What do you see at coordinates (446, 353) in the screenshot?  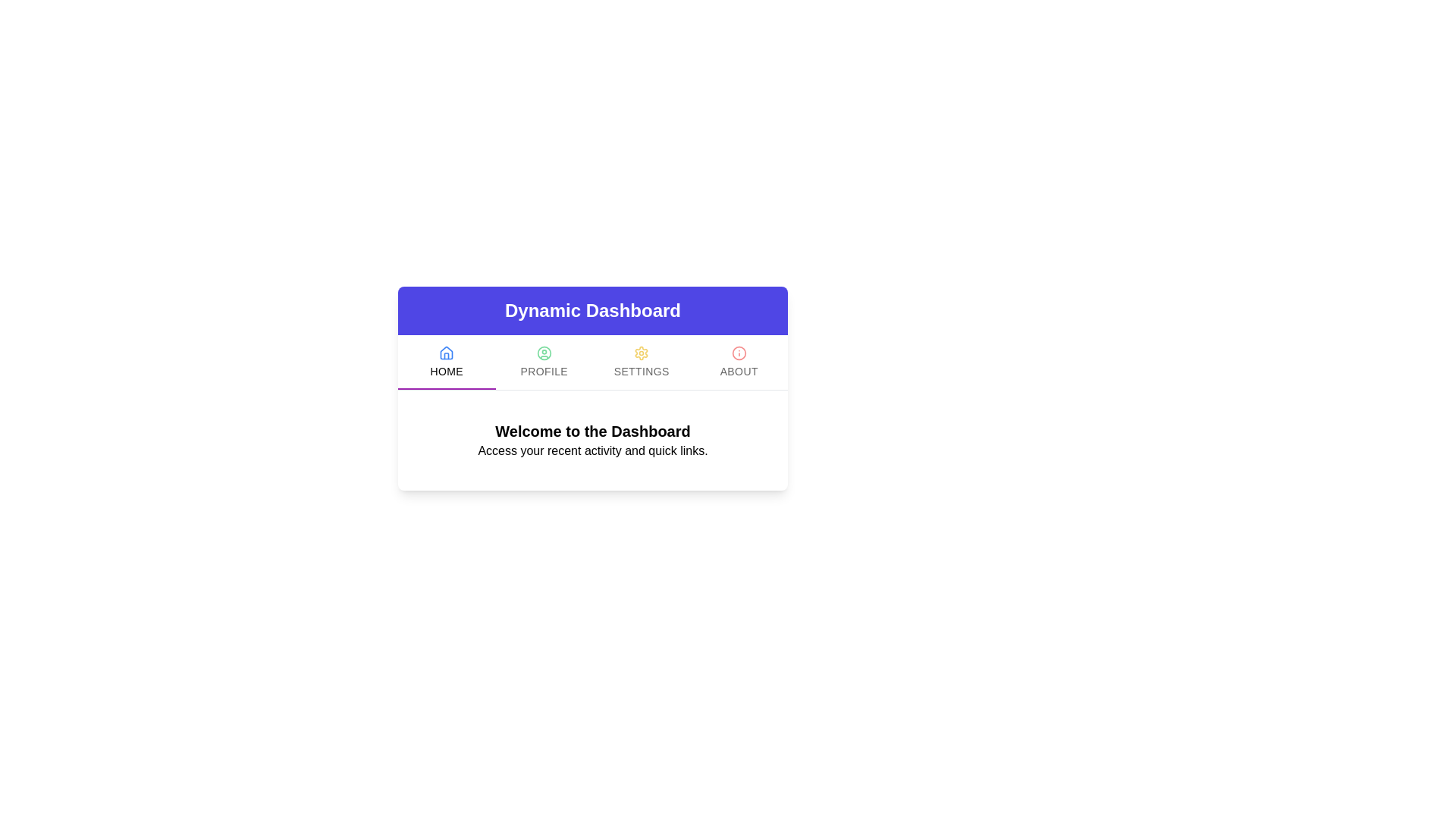 I see `the stylized house icon with a blue outline located within the 'HOME' tab of the navigation bar` at bounding box center [446, 353].